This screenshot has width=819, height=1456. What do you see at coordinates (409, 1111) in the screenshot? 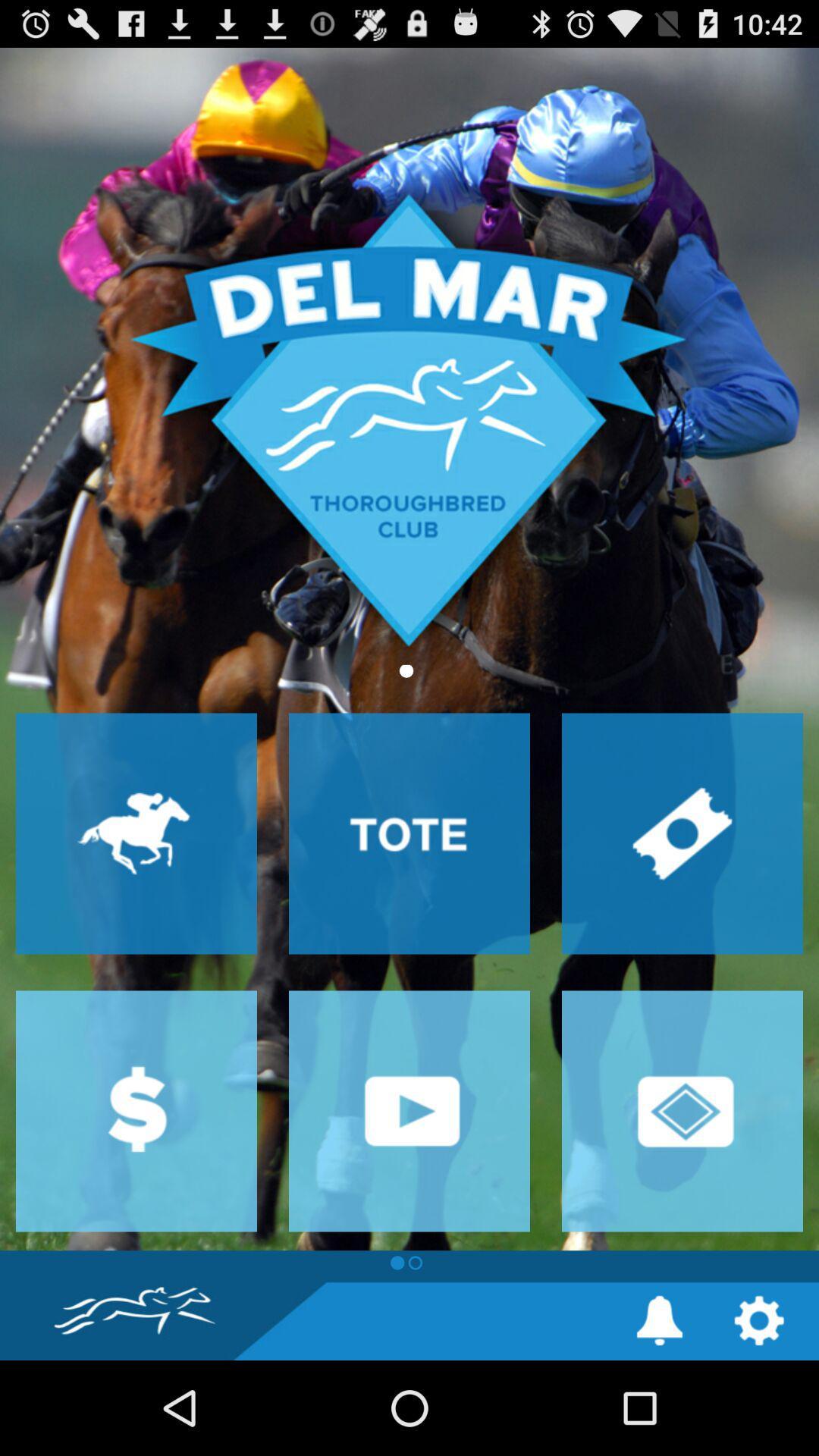
I see `start the app` at bounding box center [409, 1111].